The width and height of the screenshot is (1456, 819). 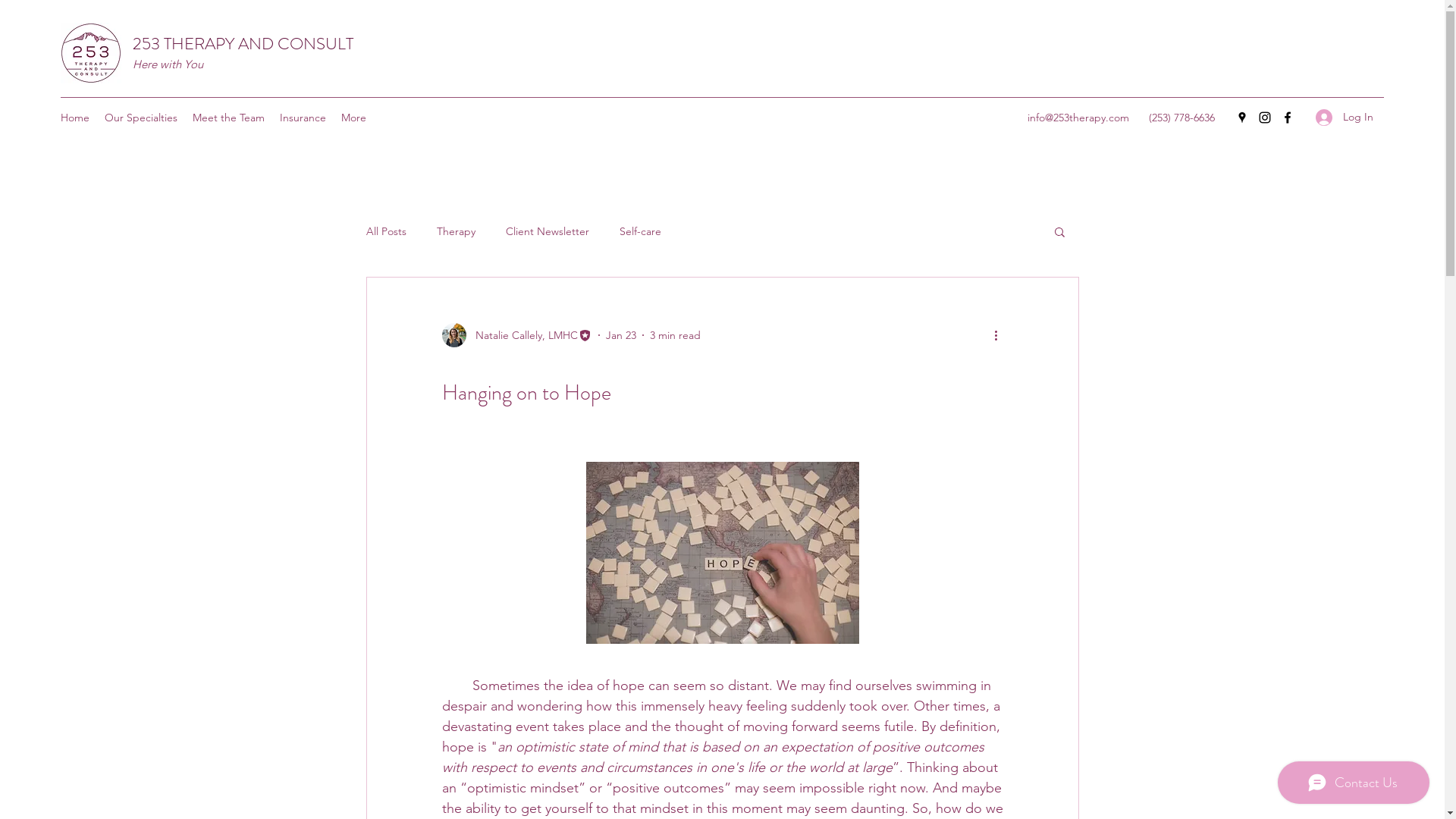 I want to click on '253 THERAPY AND CONSULT', so click(x=243, y=42).